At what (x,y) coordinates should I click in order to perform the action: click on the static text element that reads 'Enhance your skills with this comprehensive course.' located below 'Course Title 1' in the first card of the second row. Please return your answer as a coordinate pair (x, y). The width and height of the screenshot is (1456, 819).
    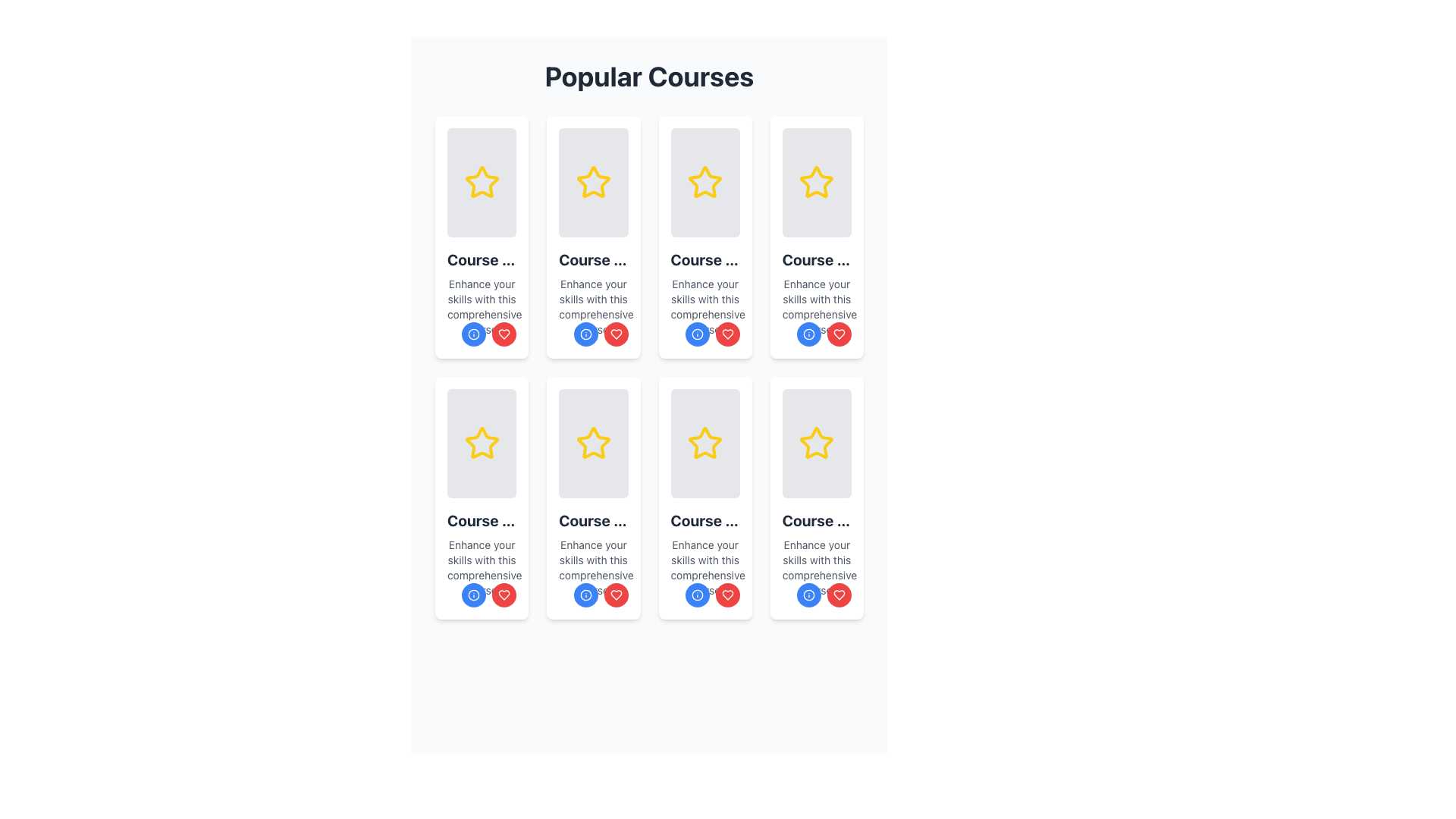
    Looking at the image, I should click on (481, 307).